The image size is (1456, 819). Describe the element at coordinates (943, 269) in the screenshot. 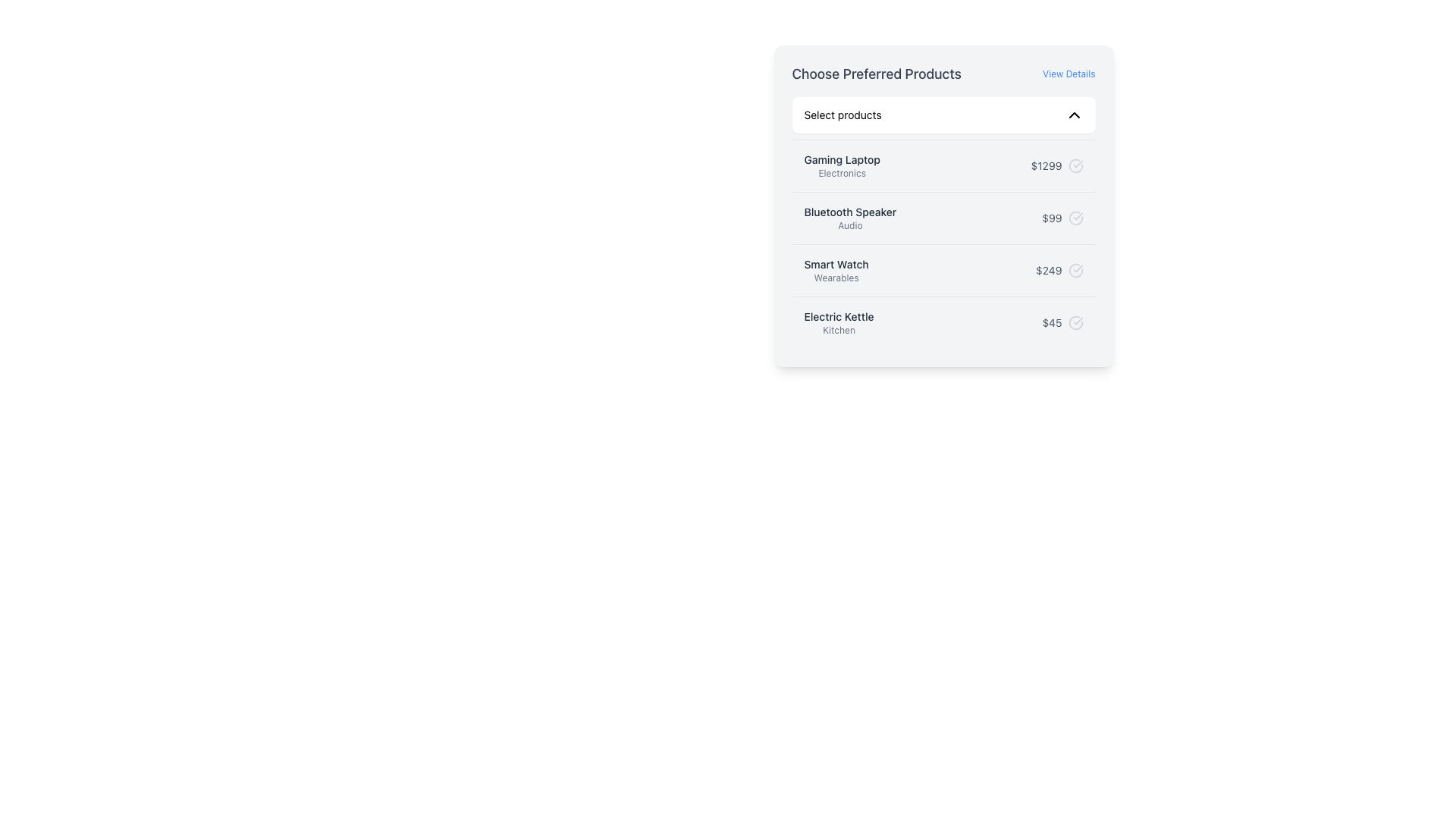

I see `the third list item that describes 'Smart Watch' with a price of '$249'` at that location.